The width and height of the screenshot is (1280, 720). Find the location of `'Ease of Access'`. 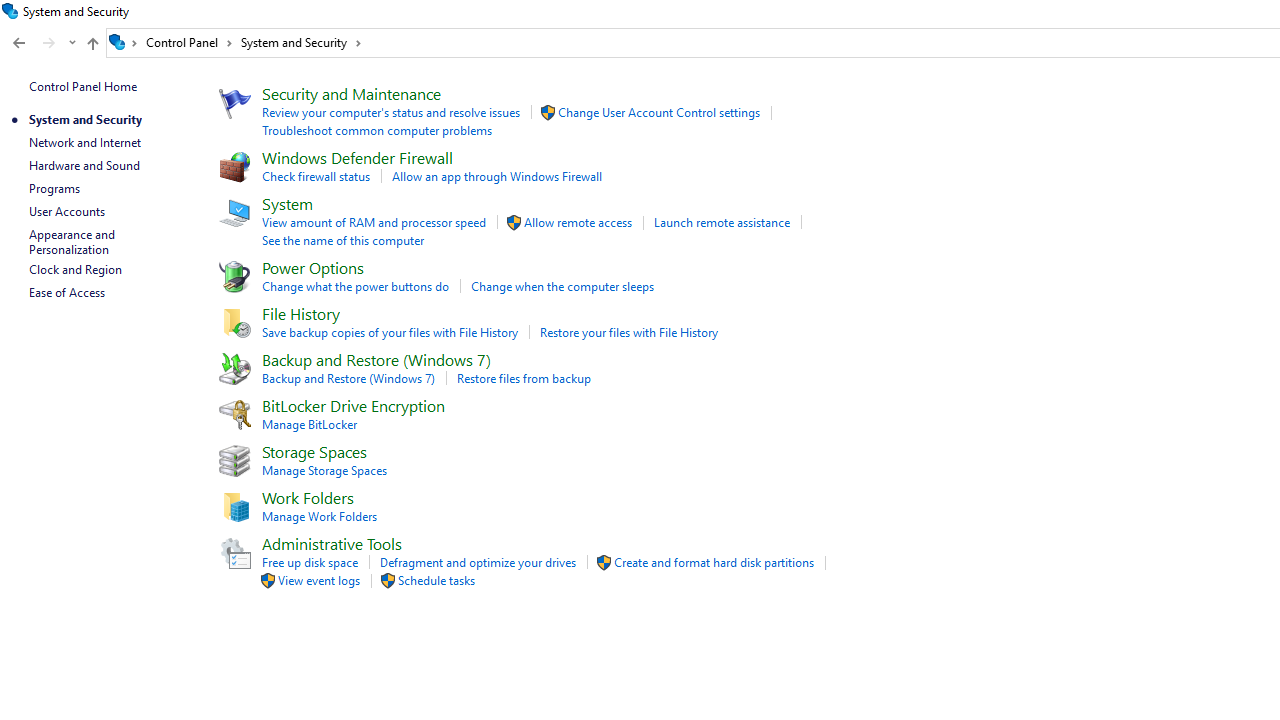

'Ease of Access' is located at coordinates (67, 292).